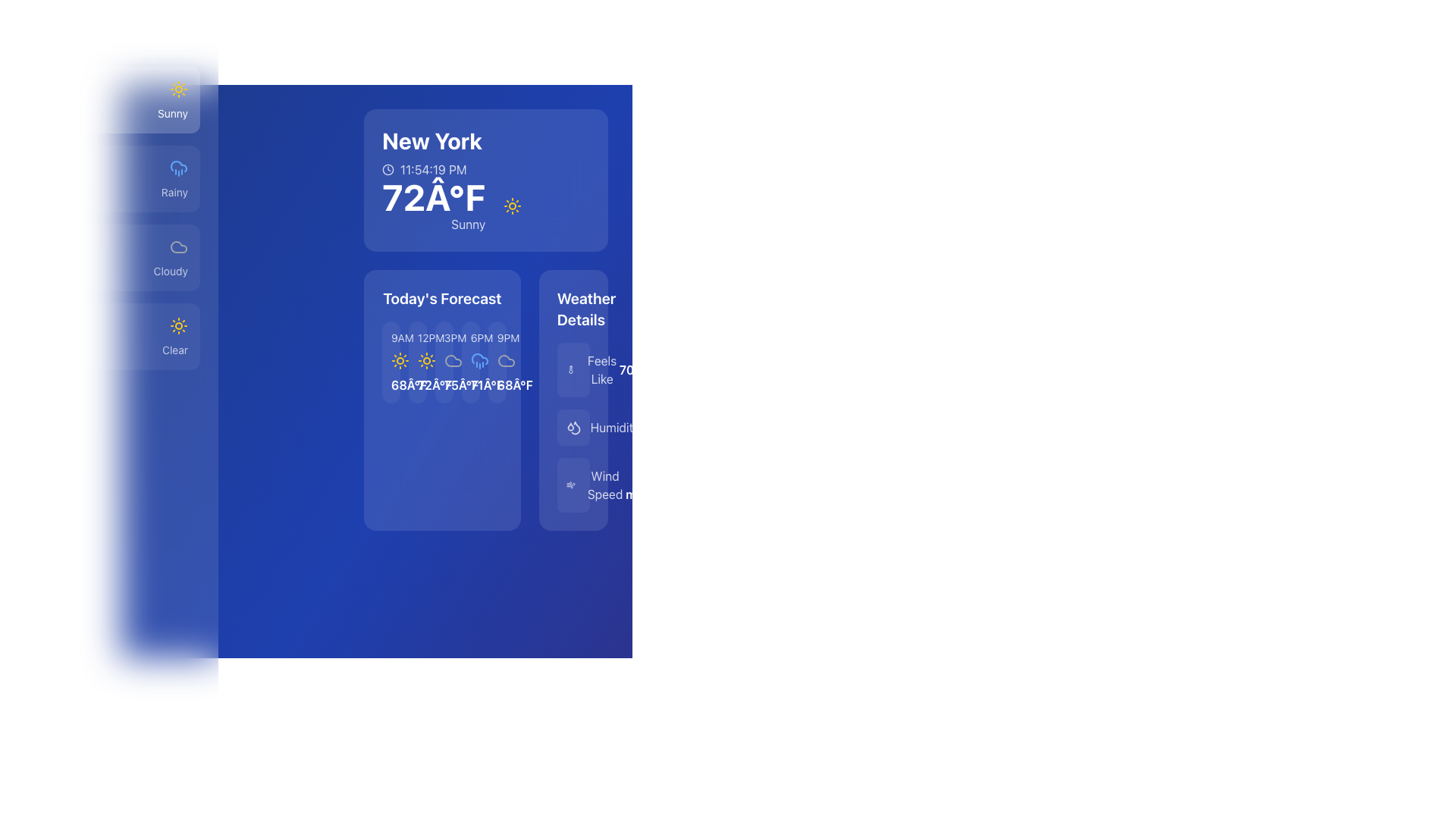 This screenshot has height=819, width=1456. Describe the element at coordinates (602, 427) in the screenshot. I see `the humidity level label with an icon representation, which is centered within the 'Weather Details' panel, located below the 'Feels Like' section and above the 'Wind Speed' section` at that location.